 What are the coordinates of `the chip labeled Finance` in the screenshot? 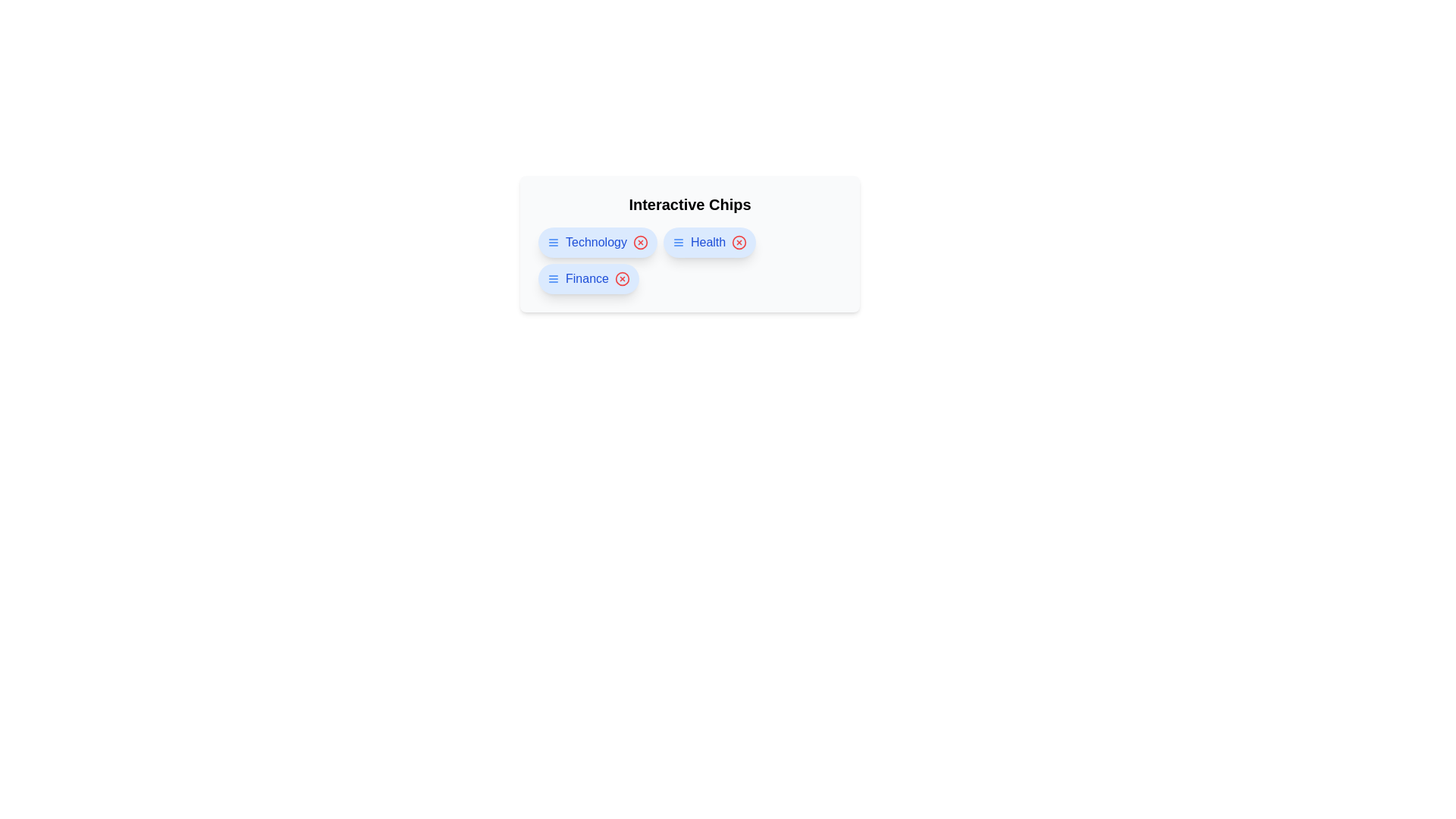 It's located at (588, 278).